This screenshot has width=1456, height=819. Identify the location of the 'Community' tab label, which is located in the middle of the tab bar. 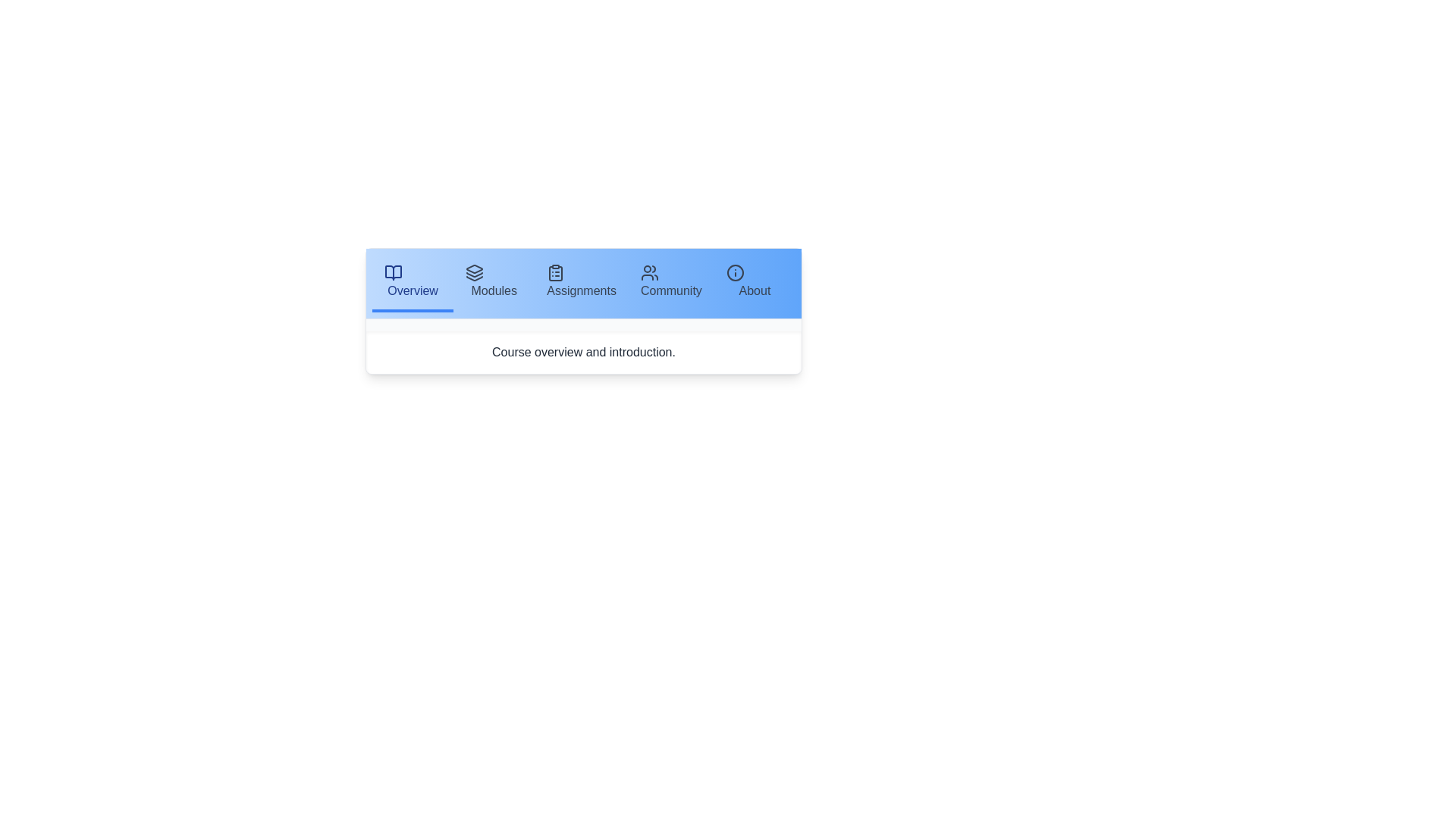
(670, 291).